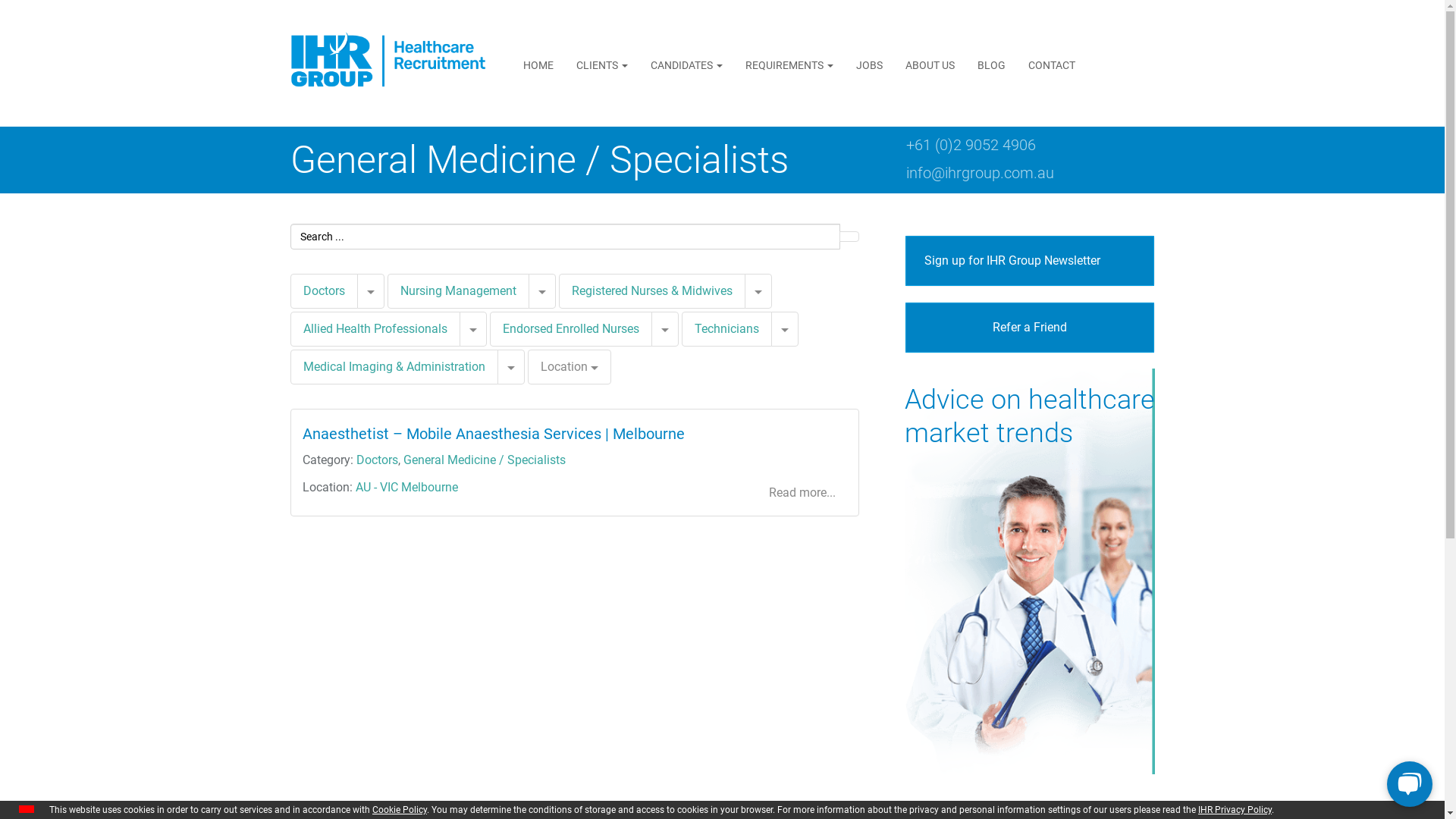  What do you see at coordinates (356, 459) in the screenshot?
I see `'Doctors'` at bounding box center [356, 459].